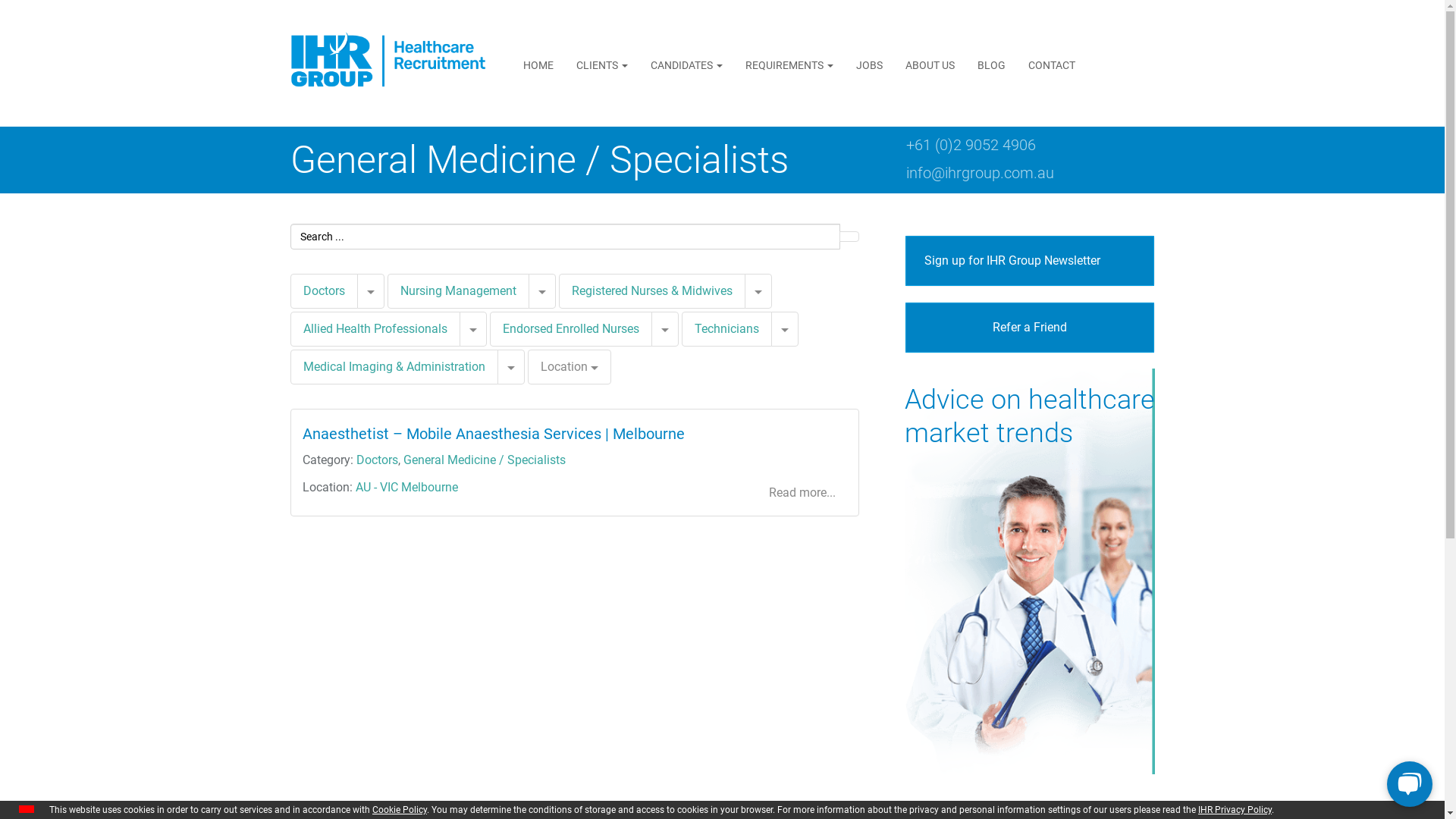  What do you see at coordinates (356, 459) in the screenshot?
I see `'Doctors'` at bounding box center [356, 459].